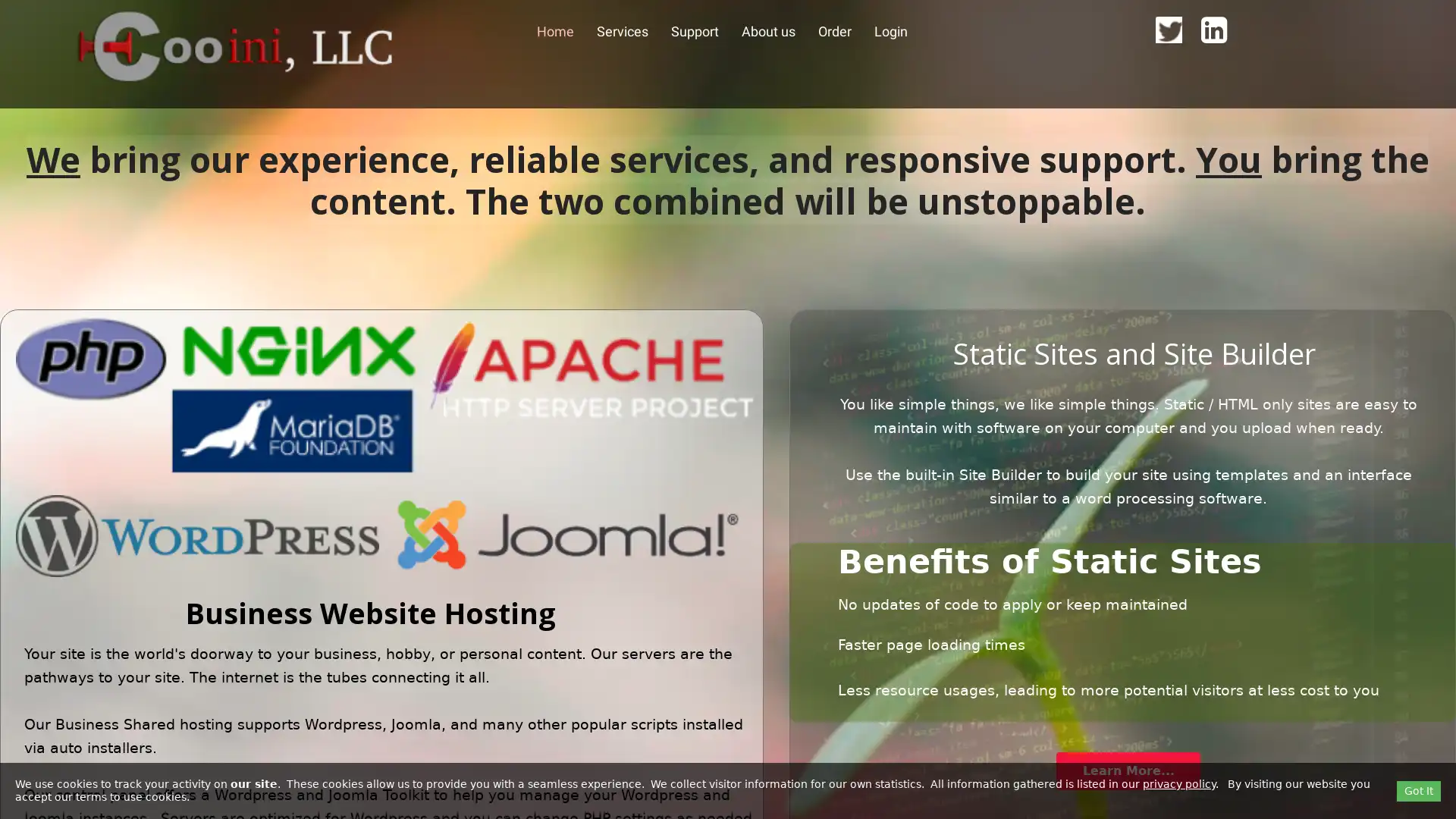  Describe the element at coordinates (1418, 789) in the screenshot. I see `Got It` at that location.